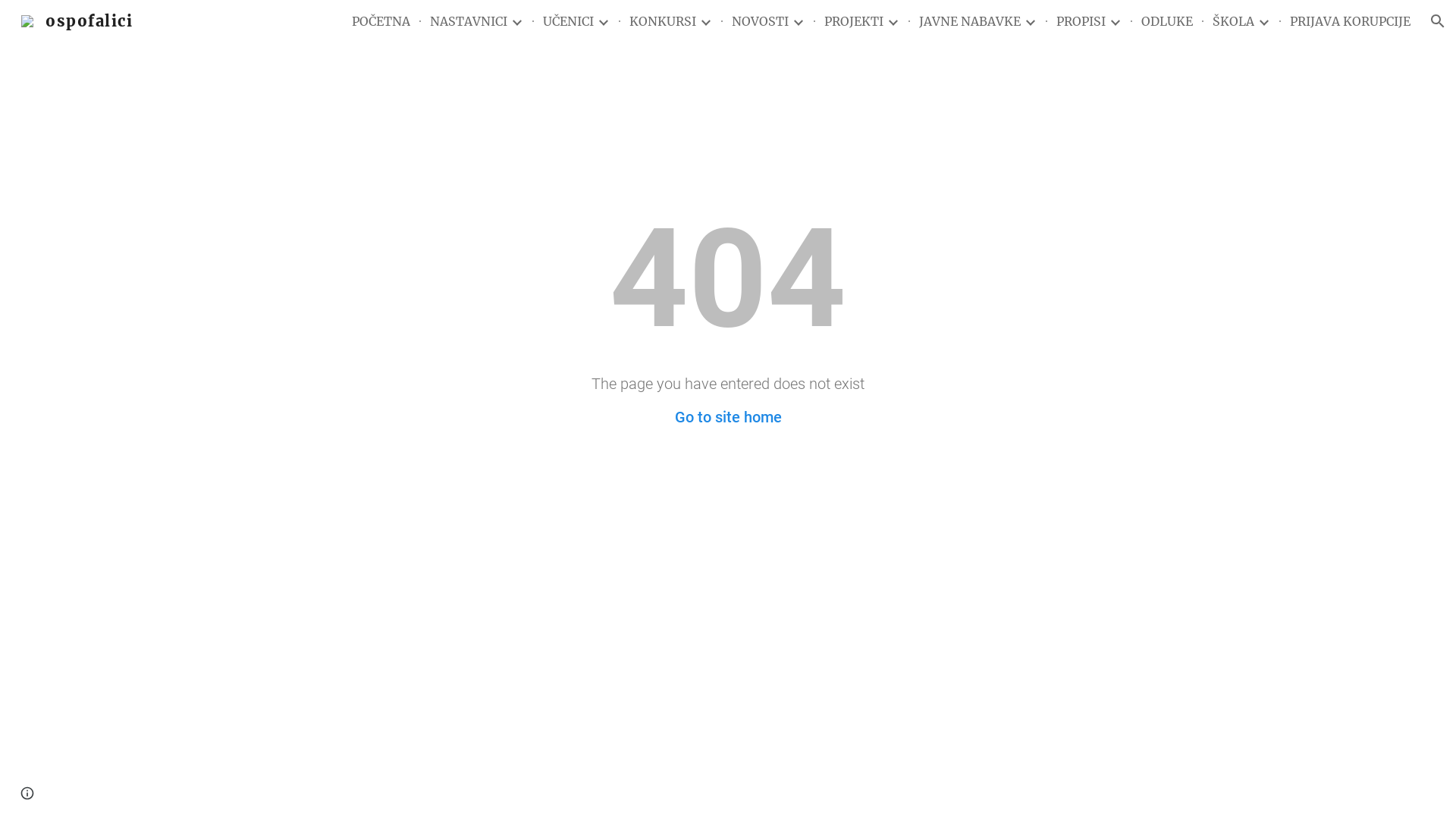  Describe the element at coordinates (968, 20) in the screenshot. I see `'JAVNE NABAVKE'` at that location.